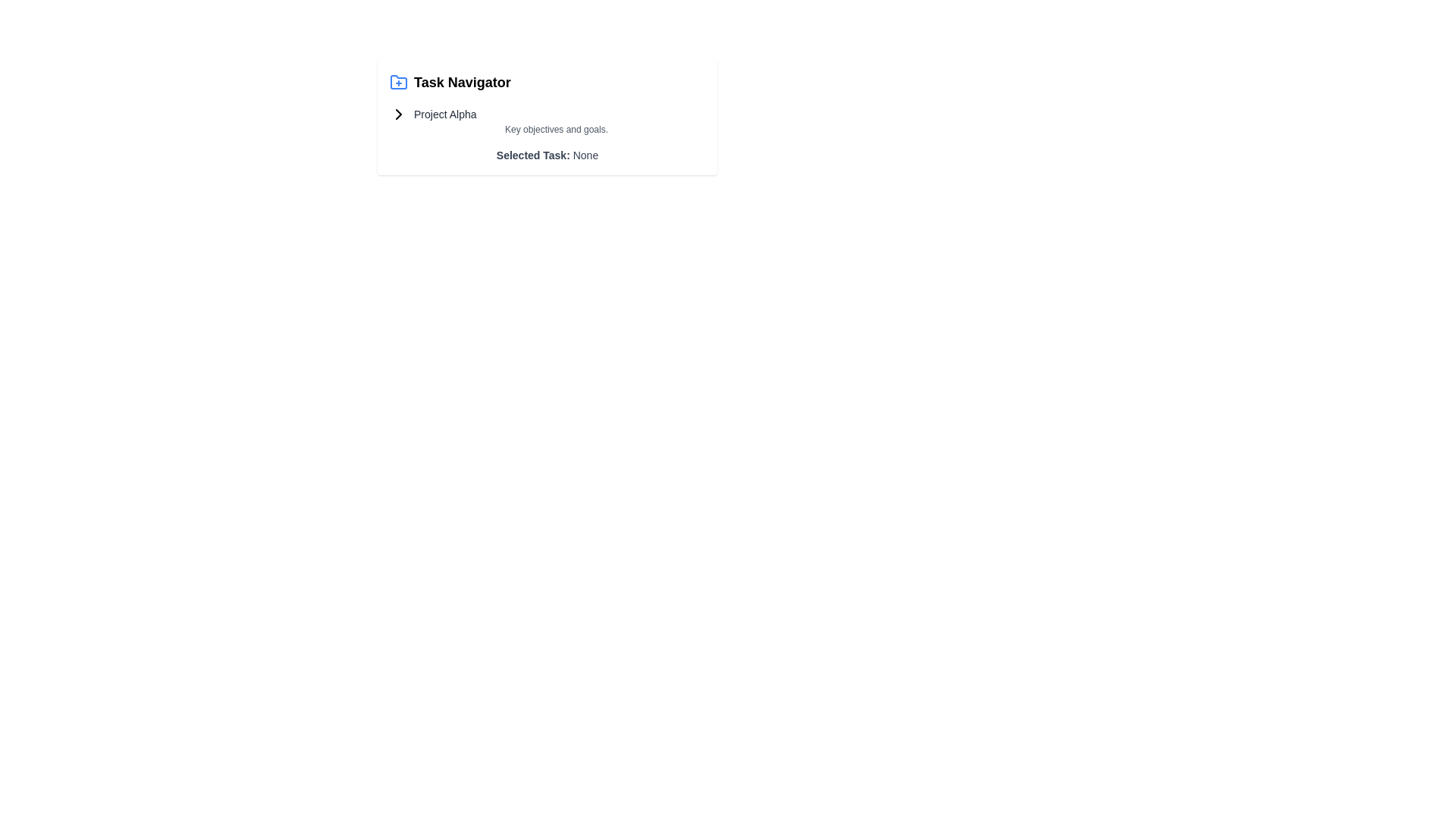 Image resolution: width=1456 pixels, height=819 pixels. What do you see at coordinates (535, 155) in the screenshot?
I see `the text label indicating 'Selected Task: None', which serves` at bounding box center [535, 155].